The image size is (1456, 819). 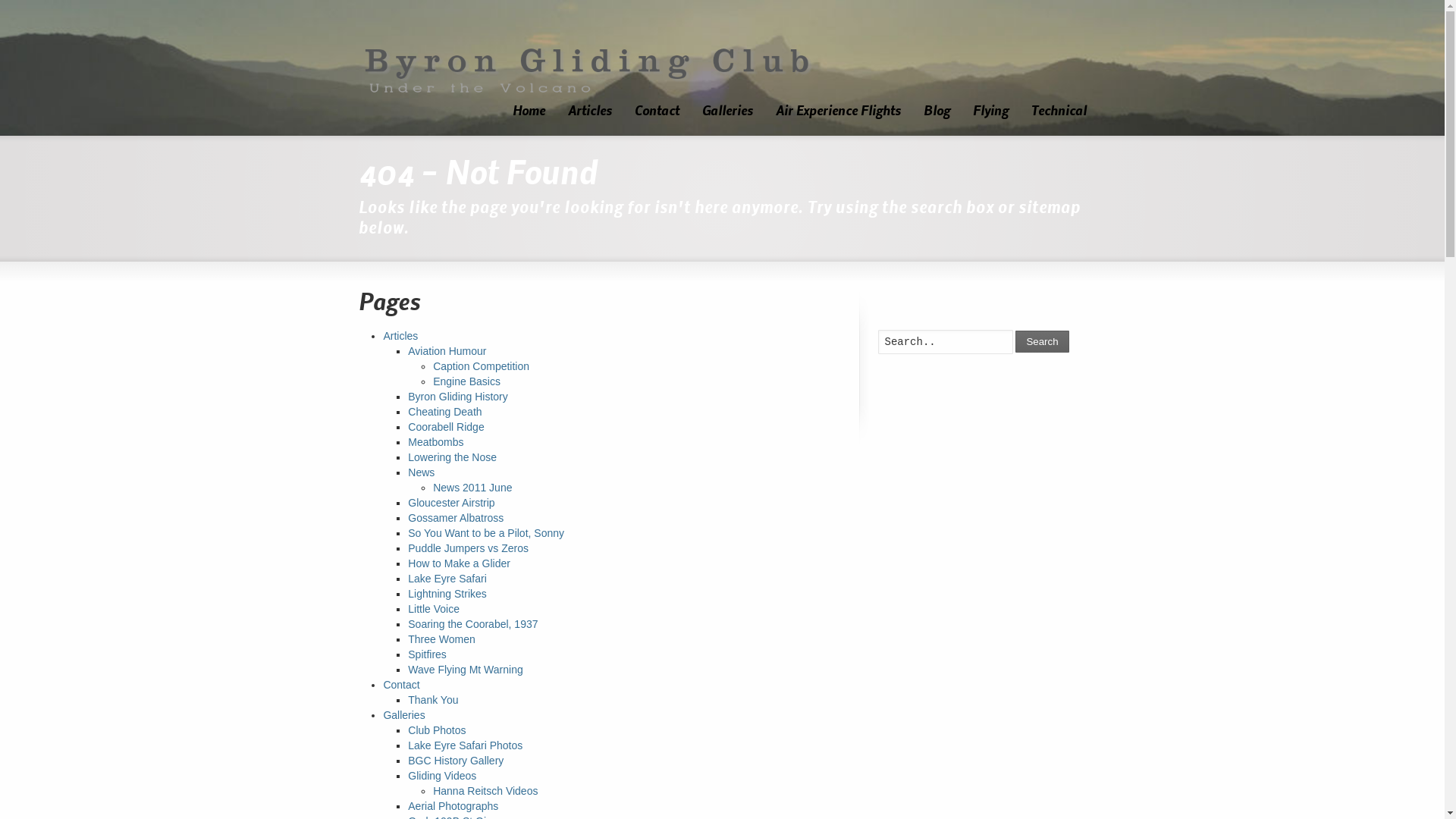 What do you see at coordinates (480, 366) in the screenshot?
I see `'Caption Competition'` at bounding box center [480, 366].